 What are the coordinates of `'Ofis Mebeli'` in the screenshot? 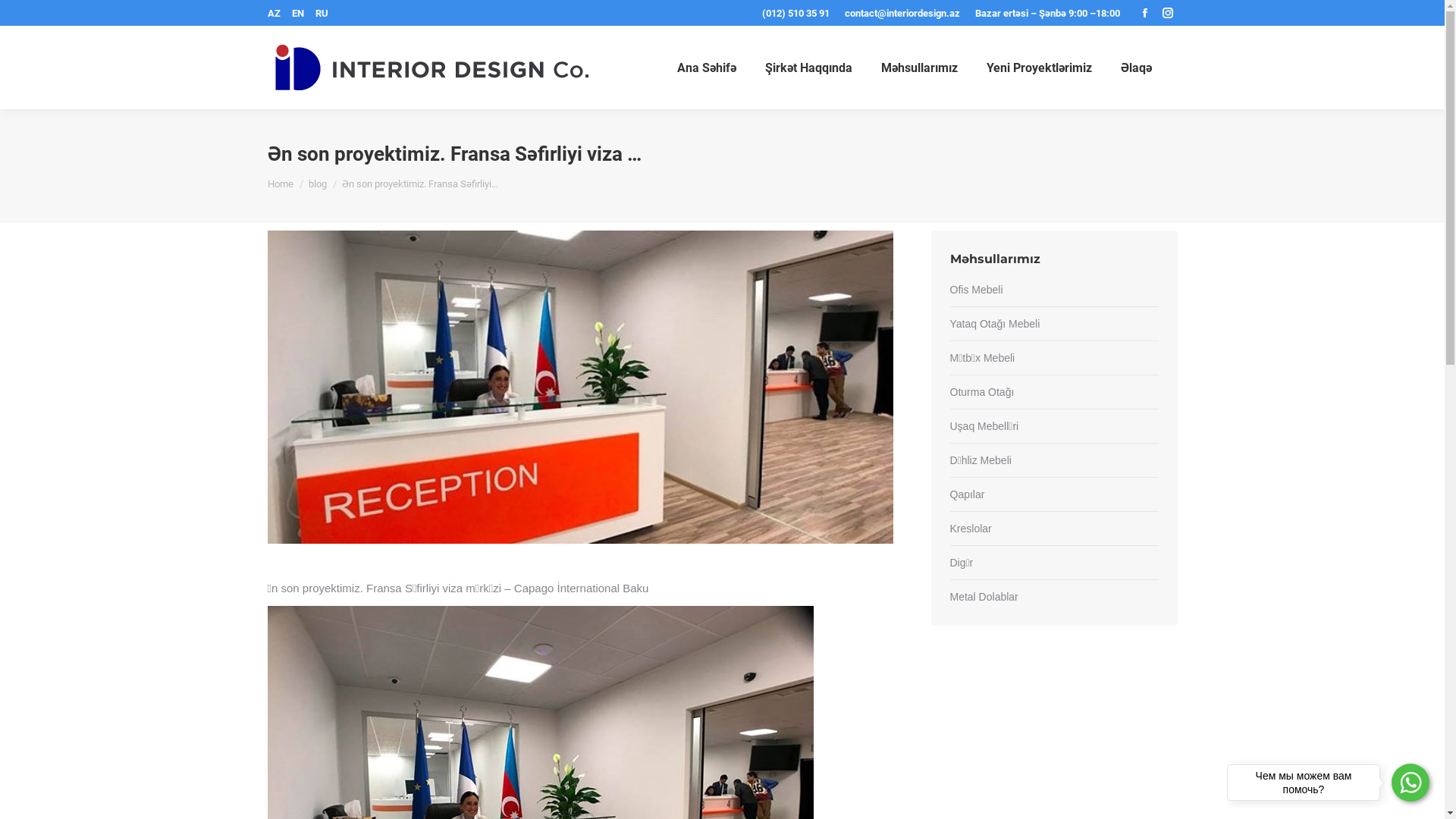 It's located at (949, 290).